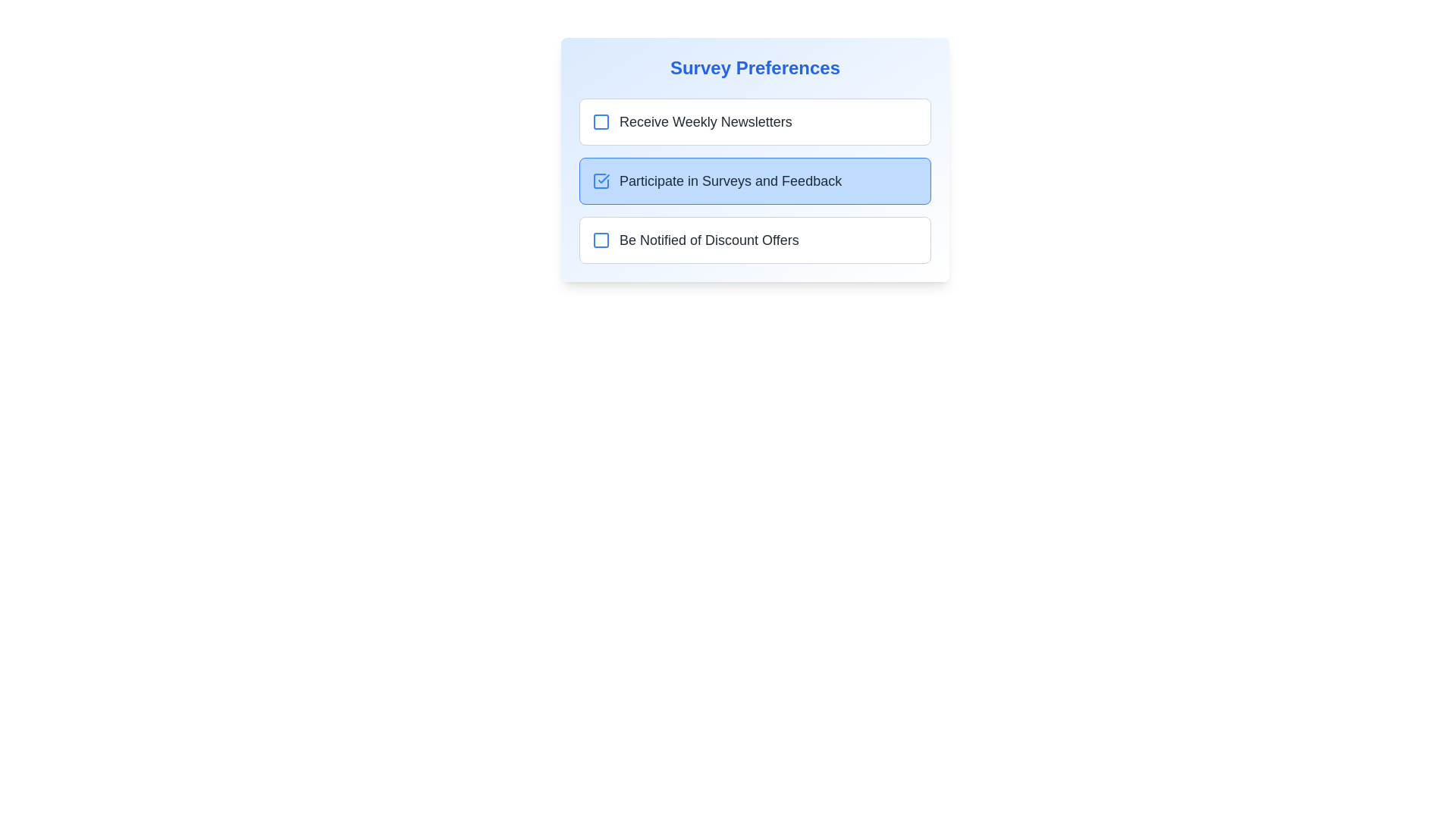 Image resolution: width=1456 pixels, height=819 pixels. I want to click on the Checkbox state indicator for the option labeled 'Participate in Surveys and Feedback', which indicates the selection state of the checkbox, so click(600, 180).